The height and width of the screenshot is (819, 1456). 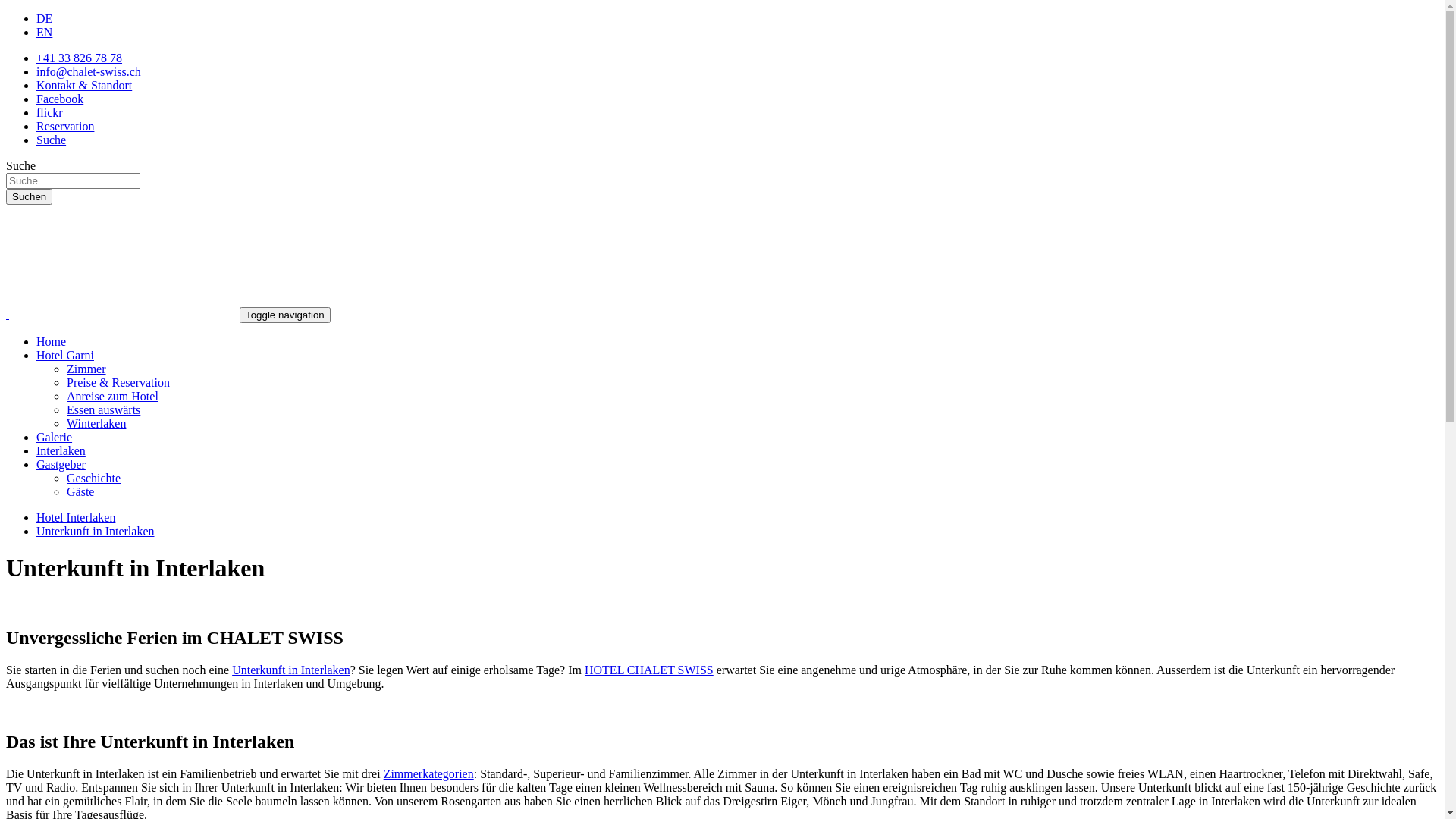 I want to click on 'Geschichte', so click(x=93, y=478).